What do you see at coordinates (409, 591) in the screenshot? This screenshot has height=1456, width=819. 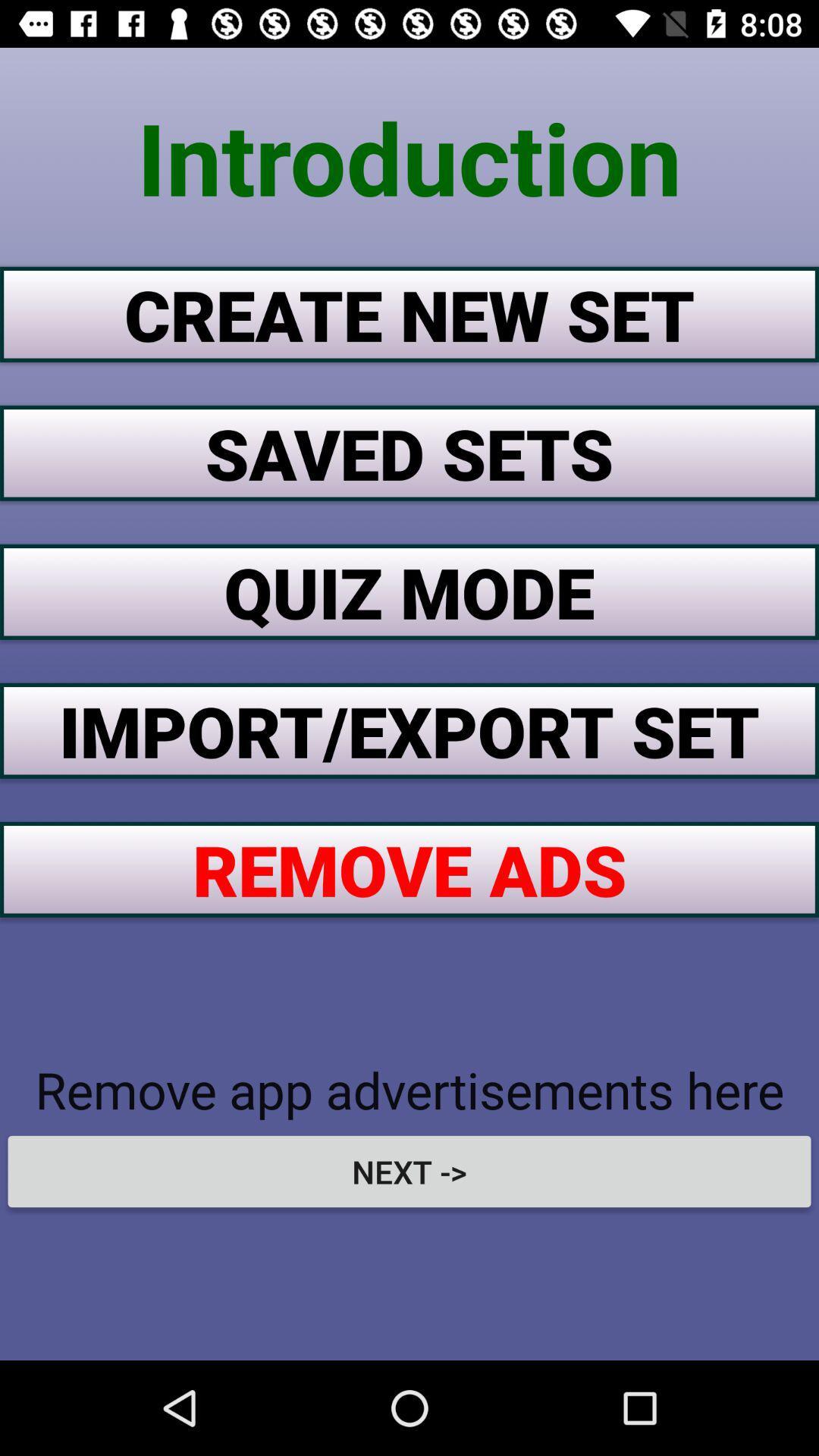 I see `the item above the import/export set item` at bounding box center [409, 591].